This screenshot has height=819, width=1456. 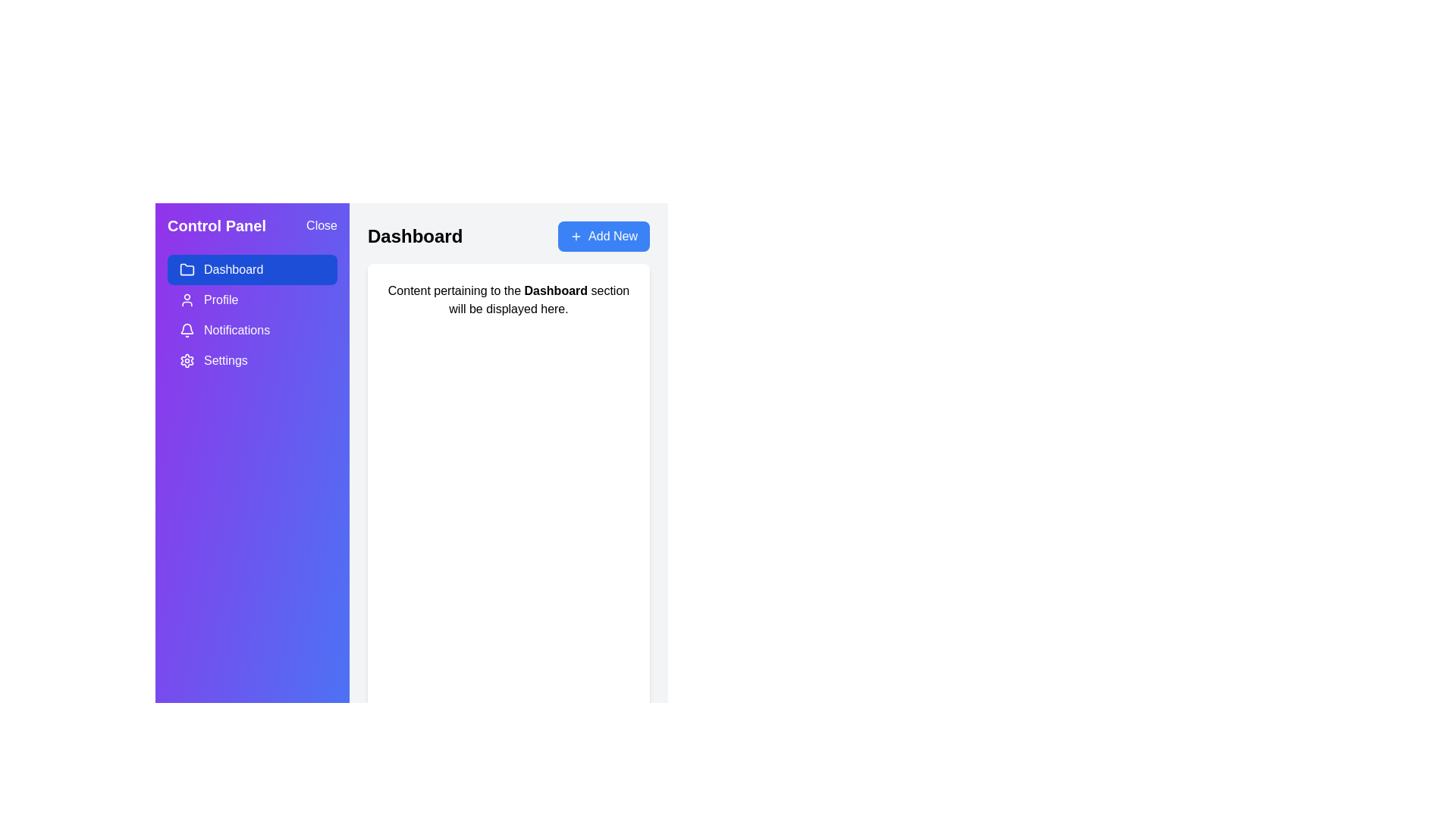 What do you see at coordinates (603, 237) in the screenshot?
I see `'Add New' button to initiate the action` at bounding box center [603, 237].